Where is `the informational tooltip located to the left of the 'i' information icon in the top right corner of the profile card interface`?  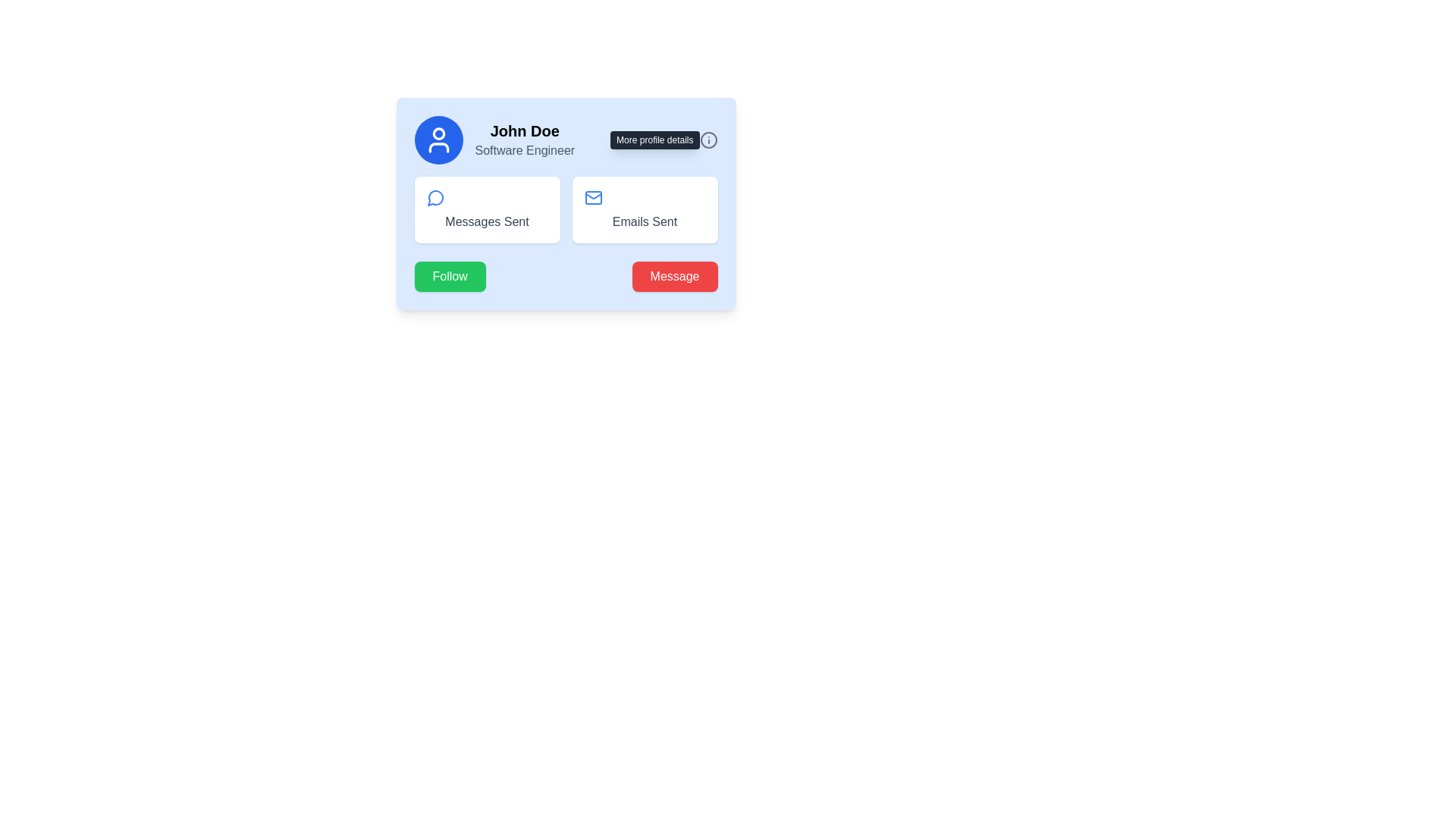
the informational tooltip located to the left of the 'i' information icon in the top right corner of the profile card interface is located at coordinates (654, 140).